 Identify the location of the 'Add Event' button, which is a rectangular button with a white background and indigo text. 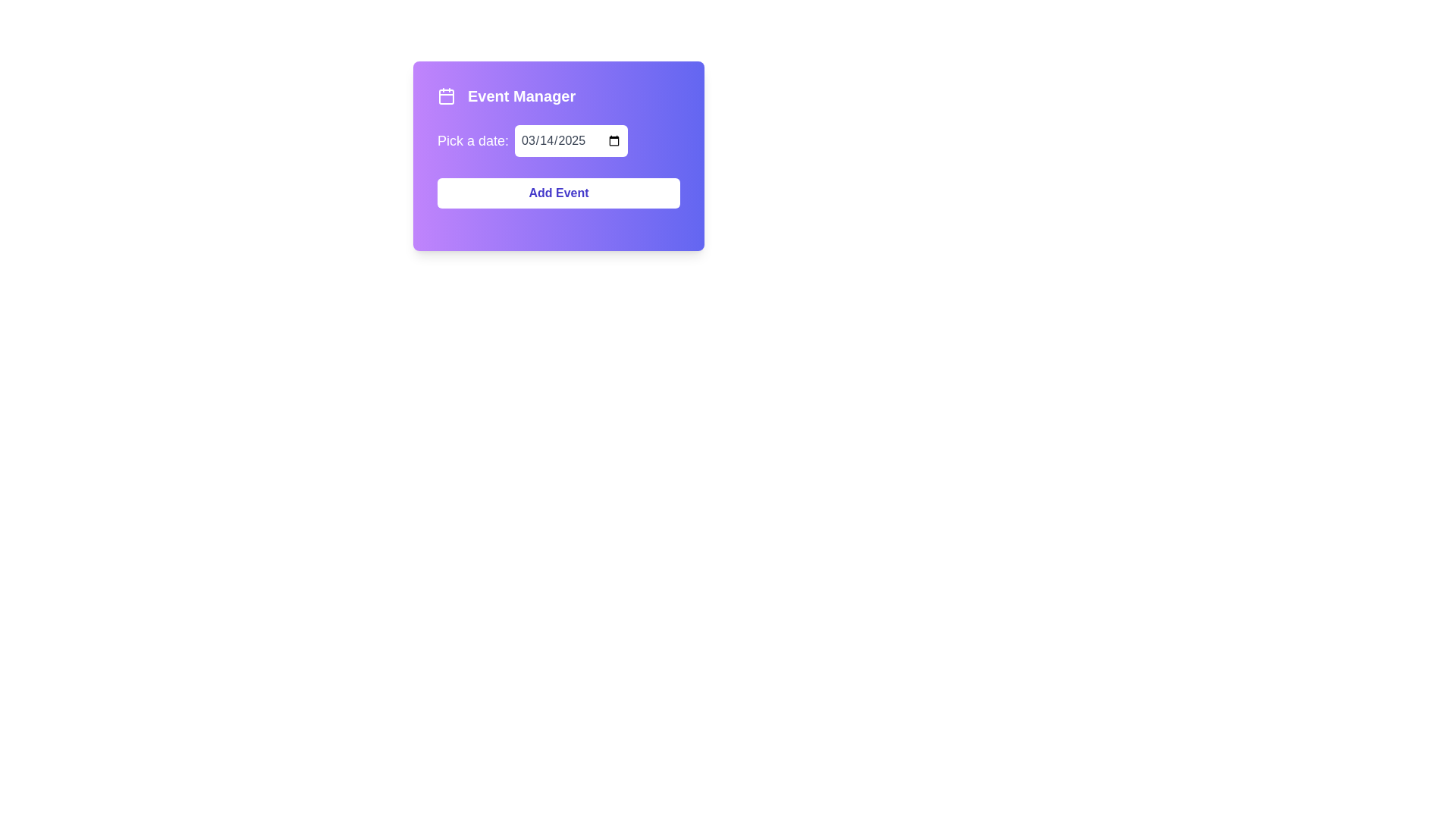
(558, 192).